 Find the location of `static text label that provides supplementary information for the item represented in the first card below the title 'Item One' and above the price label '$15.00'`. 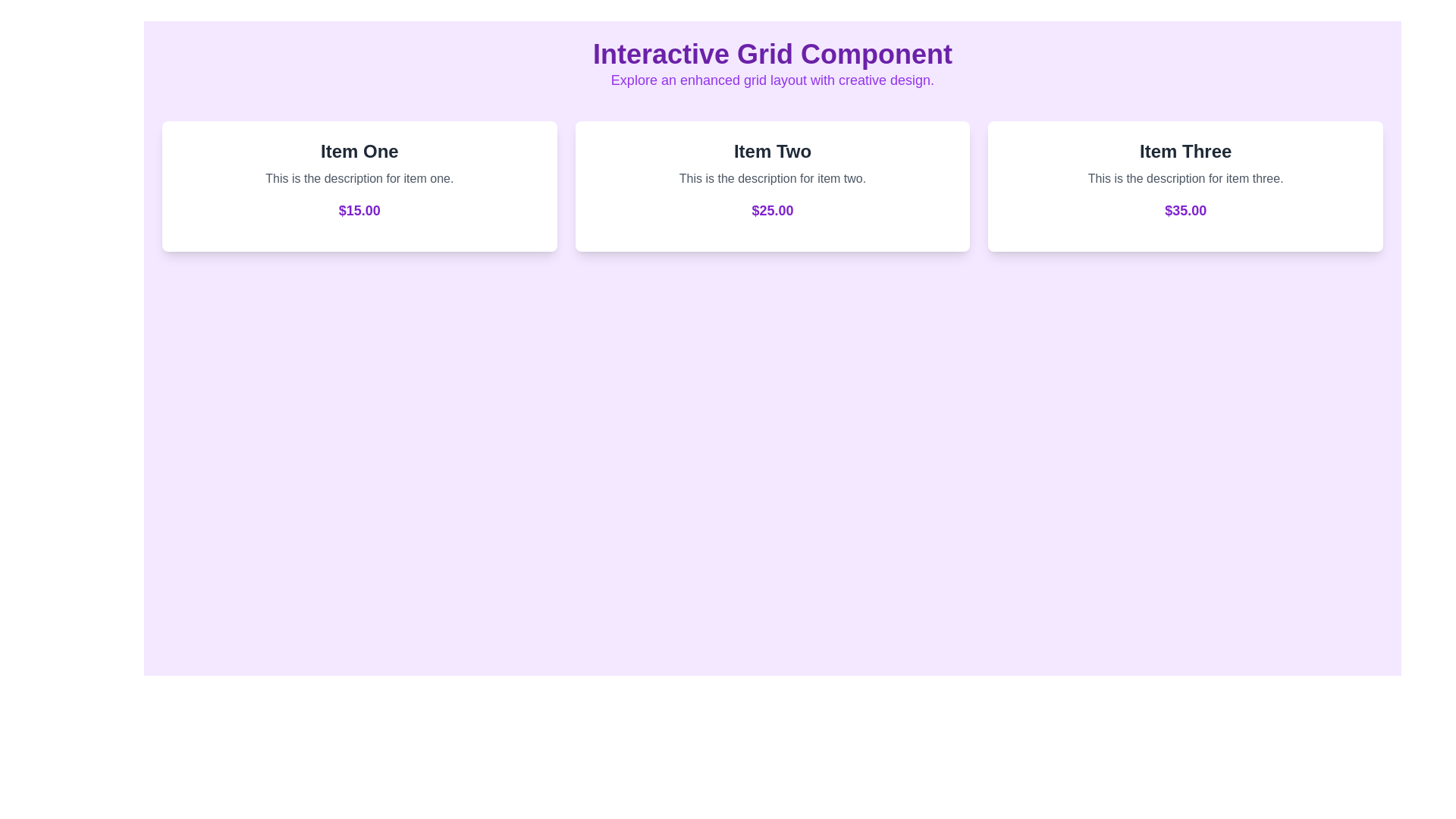

static text label that provides supplementary information for the item represented in the first card below the title 'Item One' and above the price label '$15.00' is located at coordinates (359, 177).